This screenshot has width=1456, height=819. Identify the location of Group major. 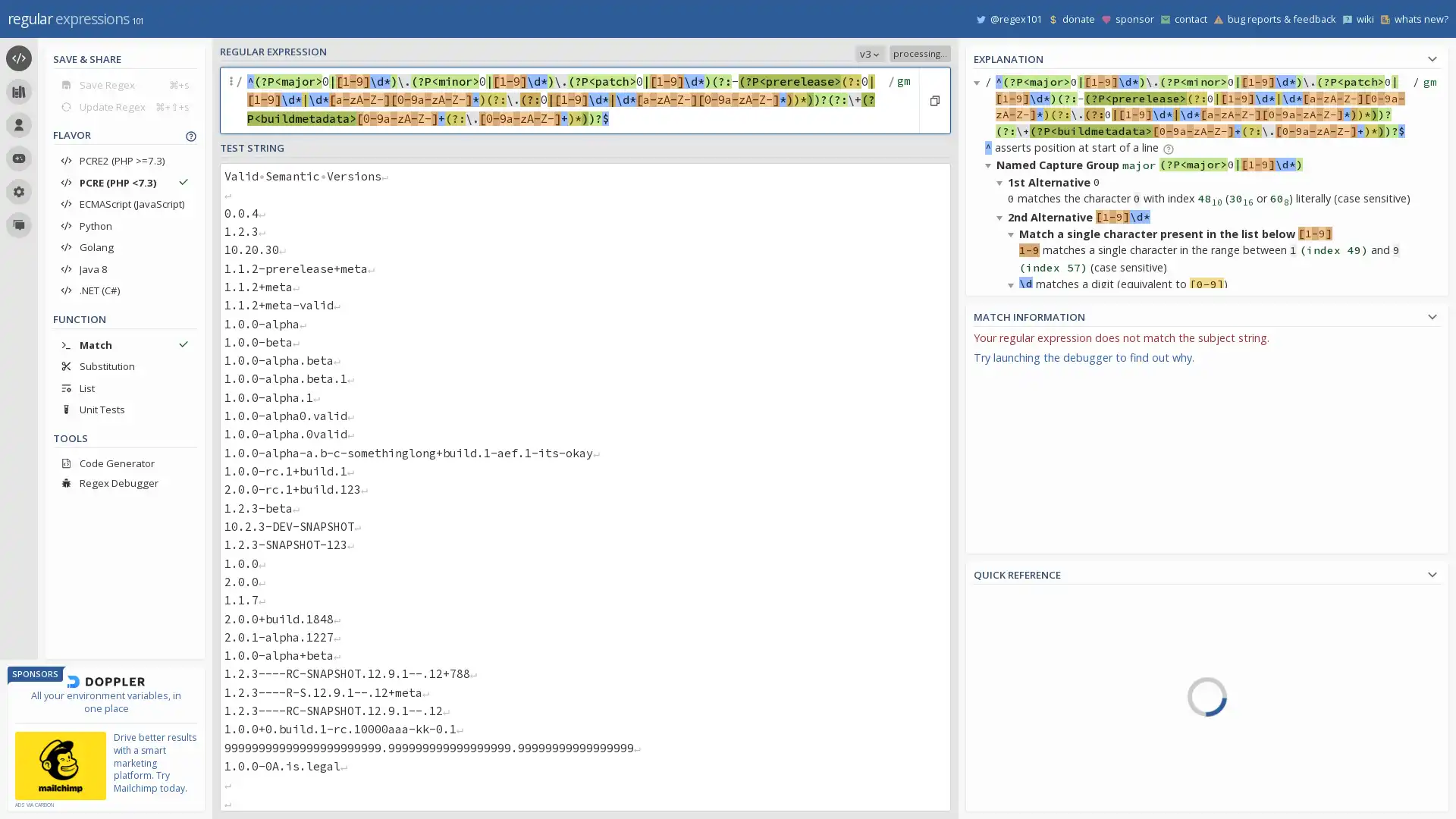
(1014, 375).